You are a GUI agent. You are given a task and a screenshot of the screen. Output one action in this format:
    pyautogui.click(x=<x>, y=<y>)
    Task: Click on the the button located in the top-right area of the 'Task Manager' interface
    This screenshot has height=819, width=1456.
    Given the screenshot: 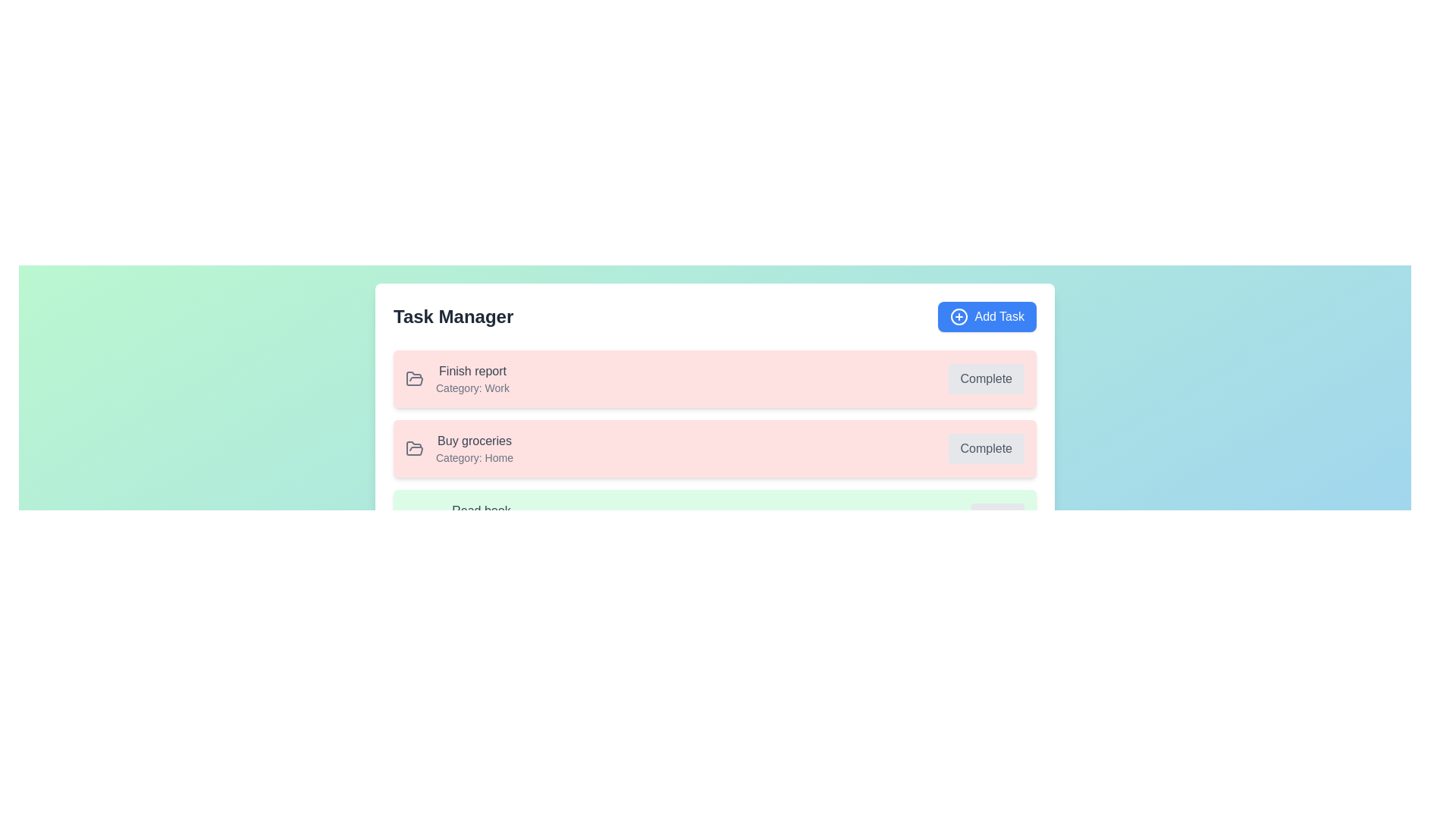 What is the action you would take?
    pyautogui.click(x=987, y=315)
    